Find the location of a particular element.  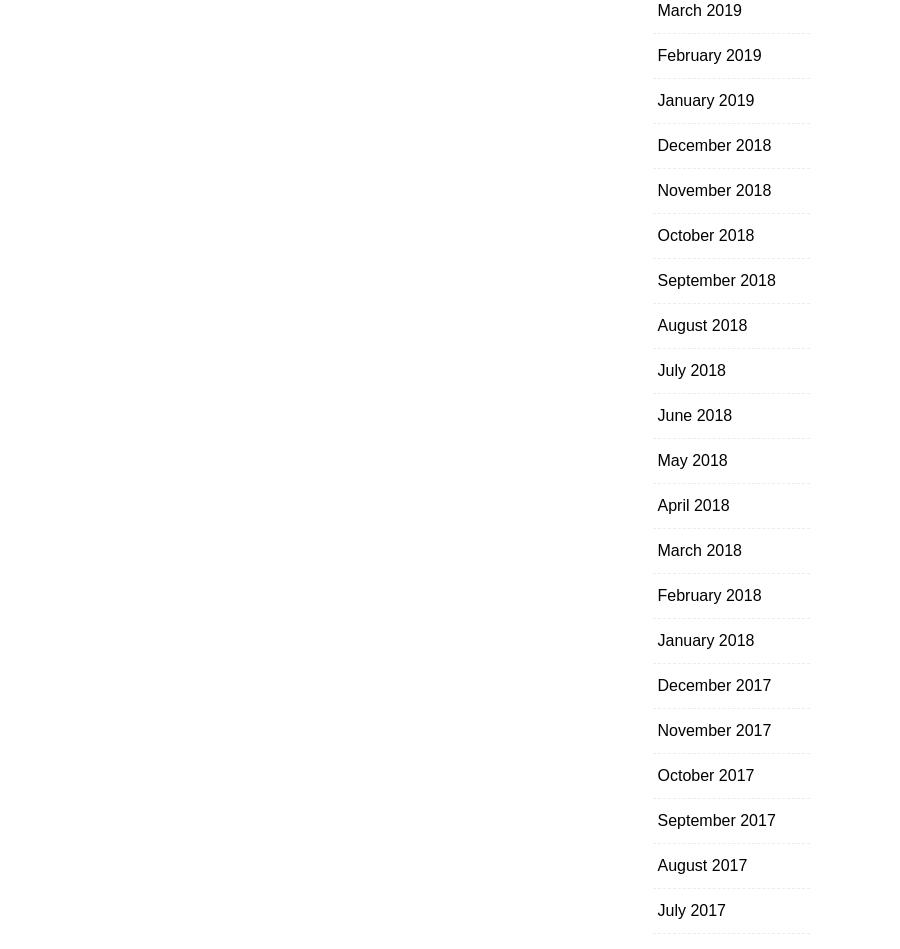

'September 2017' is located at coordinates (715, 819).